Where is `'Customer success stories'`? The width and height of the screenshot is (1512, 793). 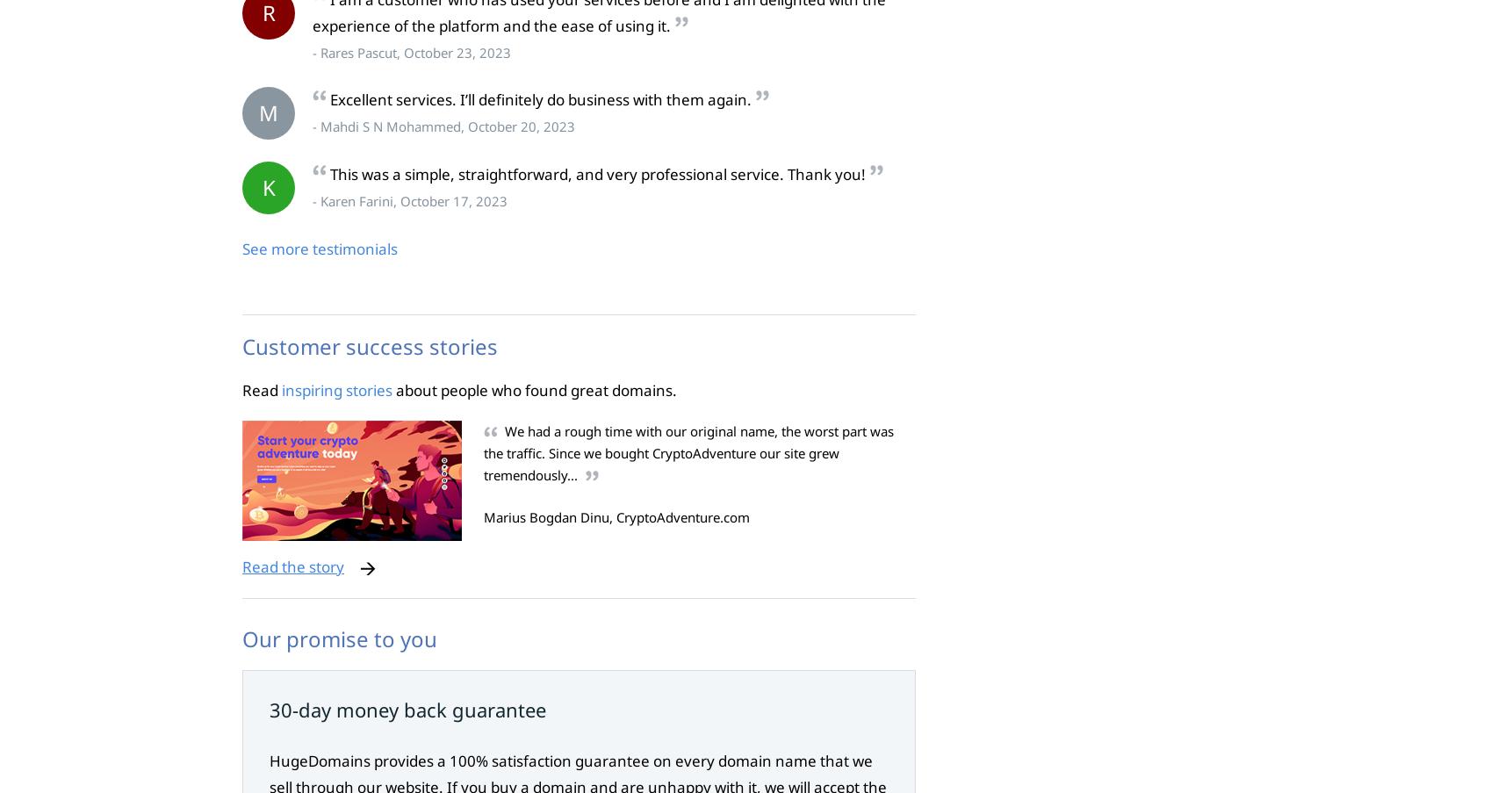 'Customer success stories' is located at coordinates (370, 344).